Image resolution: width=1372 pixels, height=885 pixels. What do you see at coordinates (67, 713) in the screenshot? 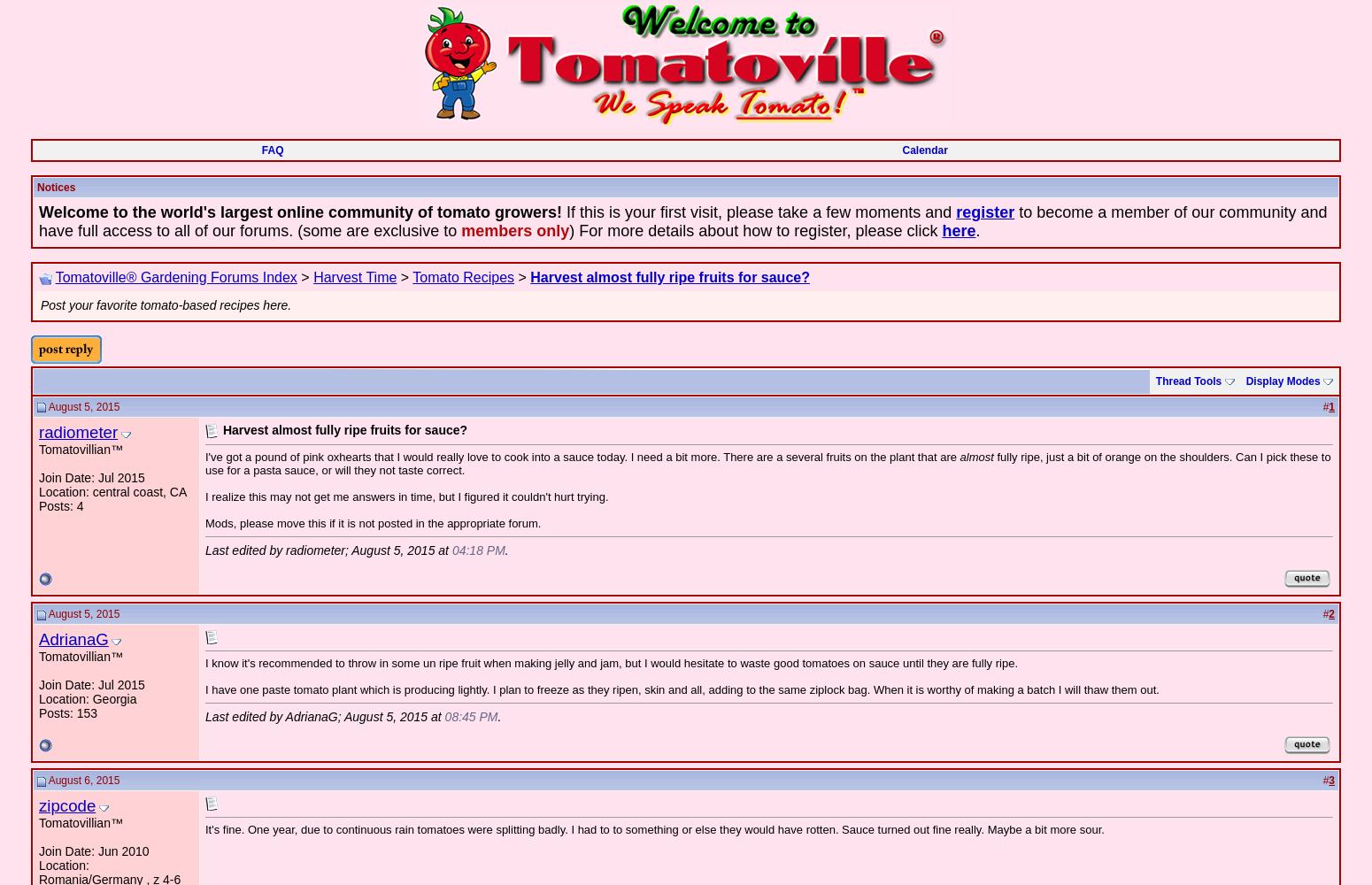
I see `'Posts: 153'` at bounding box center [67, 713].